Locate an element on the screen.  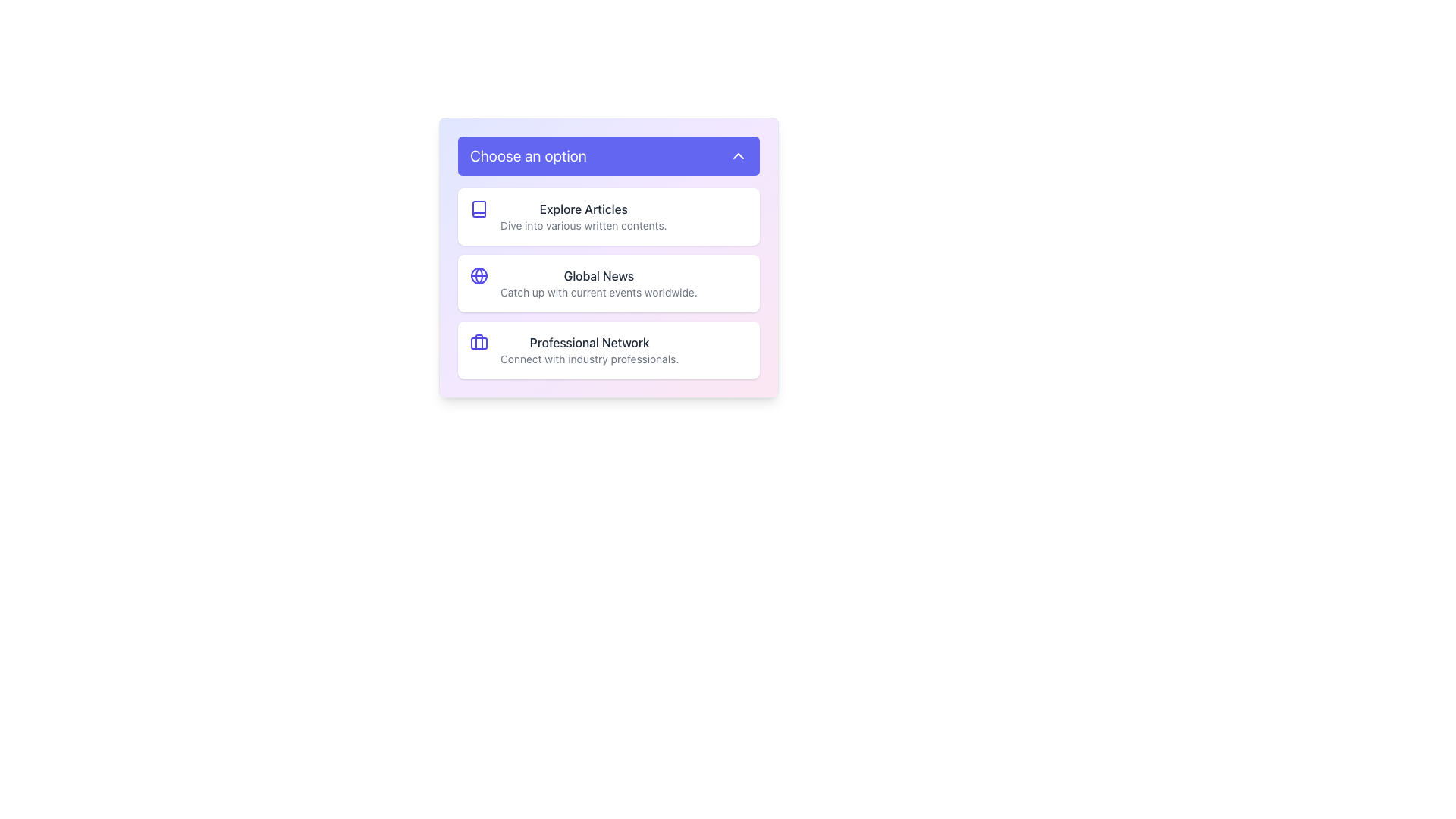
the leftmost icon in the 'Global News' option, which represents global information such as news or world events is located at coordinates (479, 275).